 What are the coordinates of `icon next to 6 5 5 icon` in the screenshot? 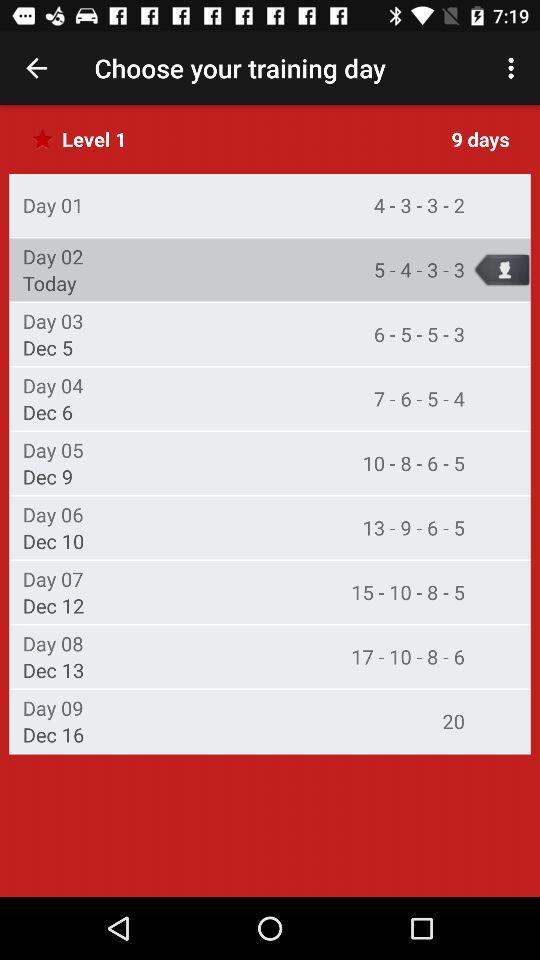 It's located at (53, 321).